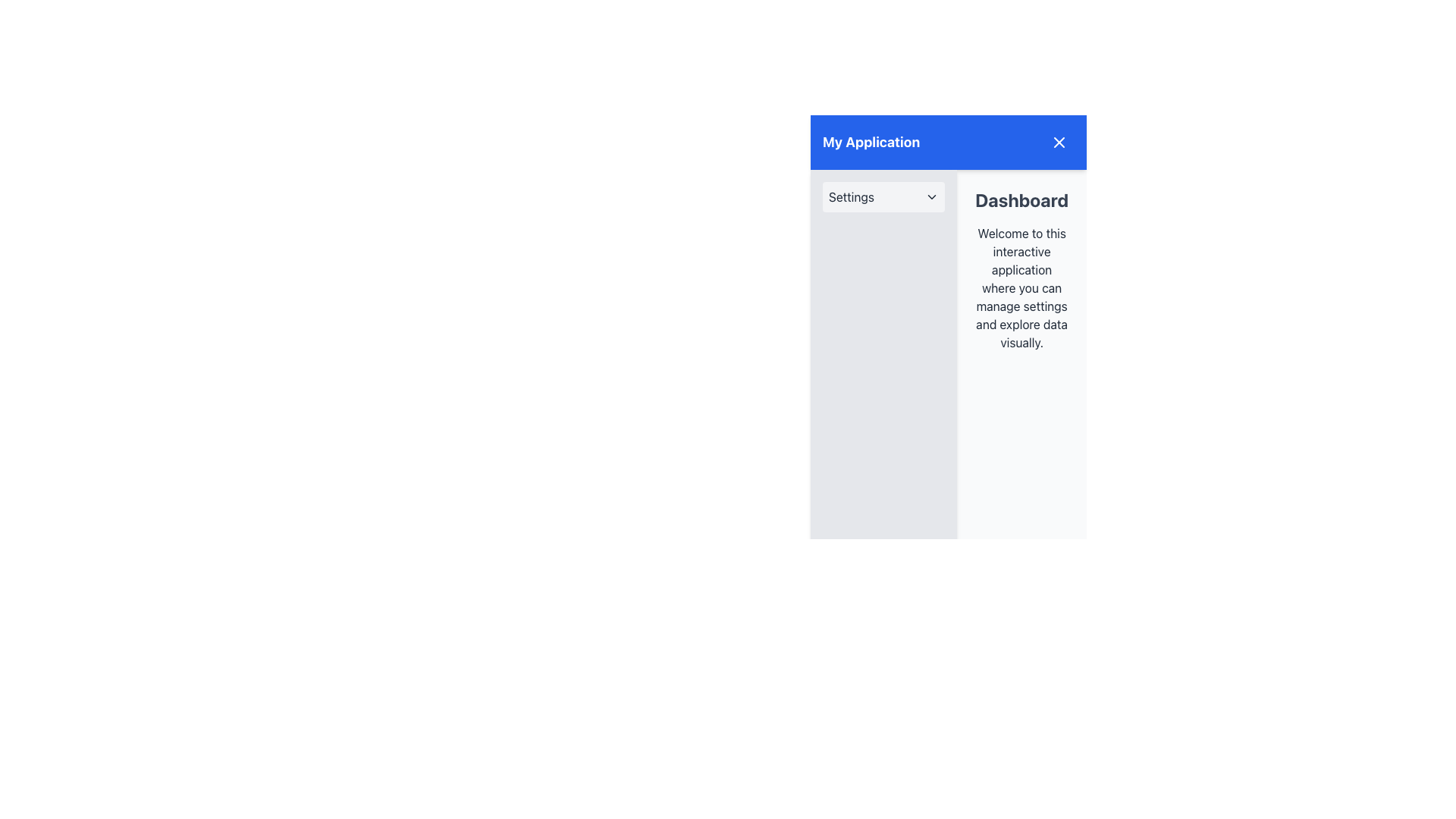 This screenshot has width=1456, height=819. What do you see at coordinates (852, 196) in the screenshot?
I see `the 'Settings' text label located in the left sidebar of the application, which serves to indicate the section's name or purpose` at bounding box center [852, 196].